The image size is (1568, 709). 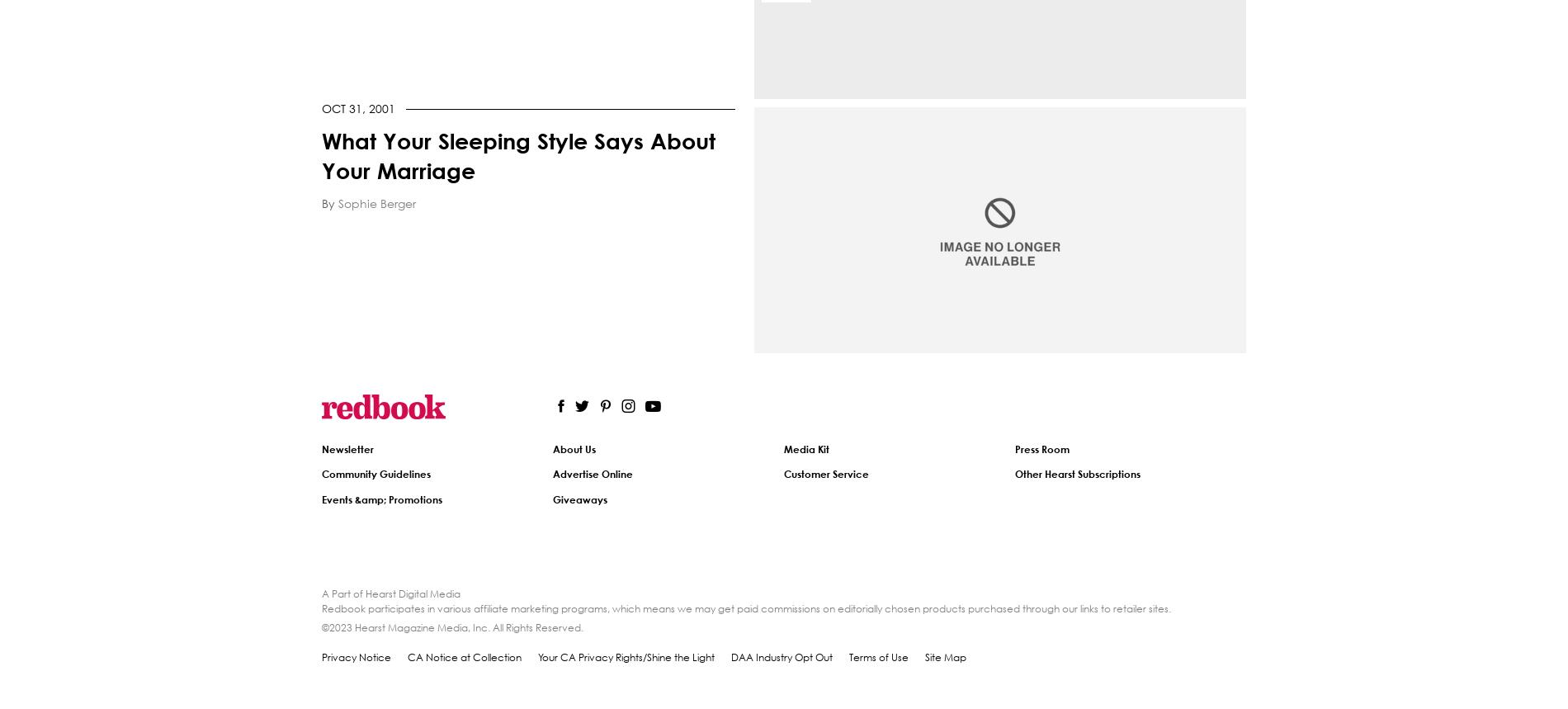 What do you see at coordinates (580, 499) in the screenshot?
I see `'Giveaways'` at bounding box center [580, 499].